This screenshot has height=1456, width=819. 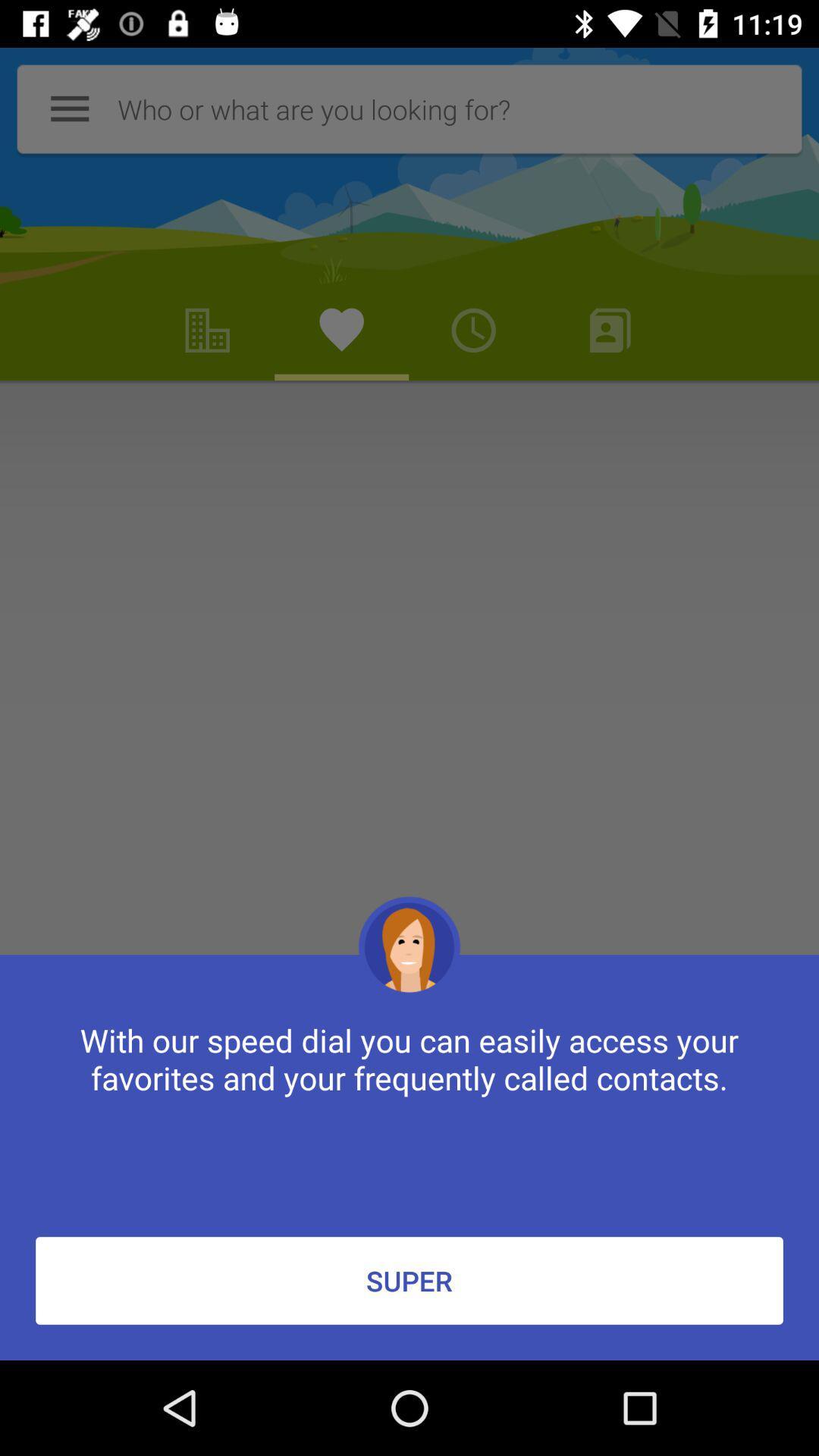 I want to click on second option left to timer icon, so click(x=207, y=330).